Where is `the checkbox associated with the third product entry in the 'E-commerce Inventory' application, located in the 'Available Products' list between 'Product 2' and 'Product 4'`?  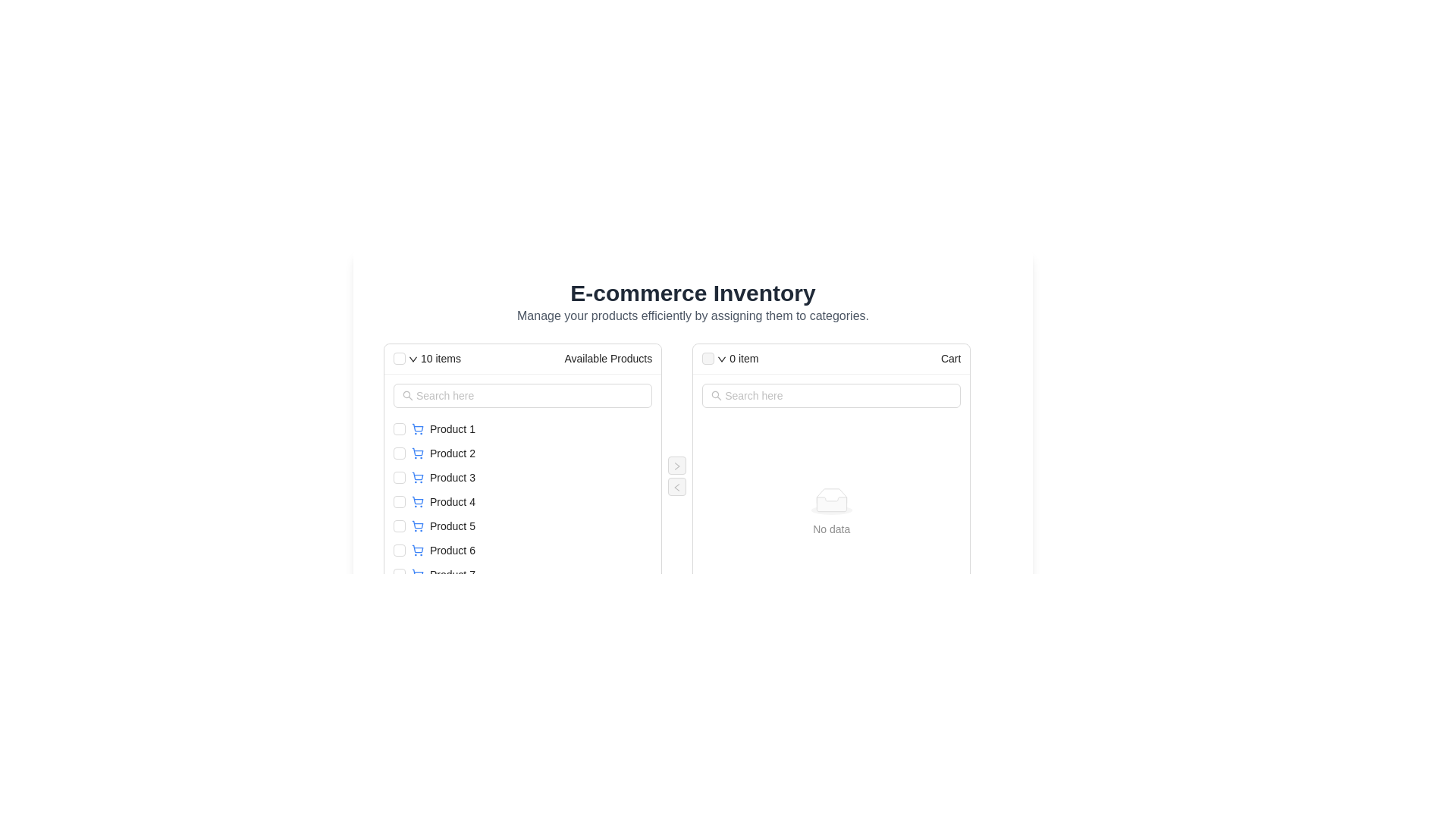
the checkbox associated with the third product entry in the 'E-commerce Inventory' application, located in the 'Available Products' list between 'Product 2' and 'Product 4' is located at coordinates (532, 476).